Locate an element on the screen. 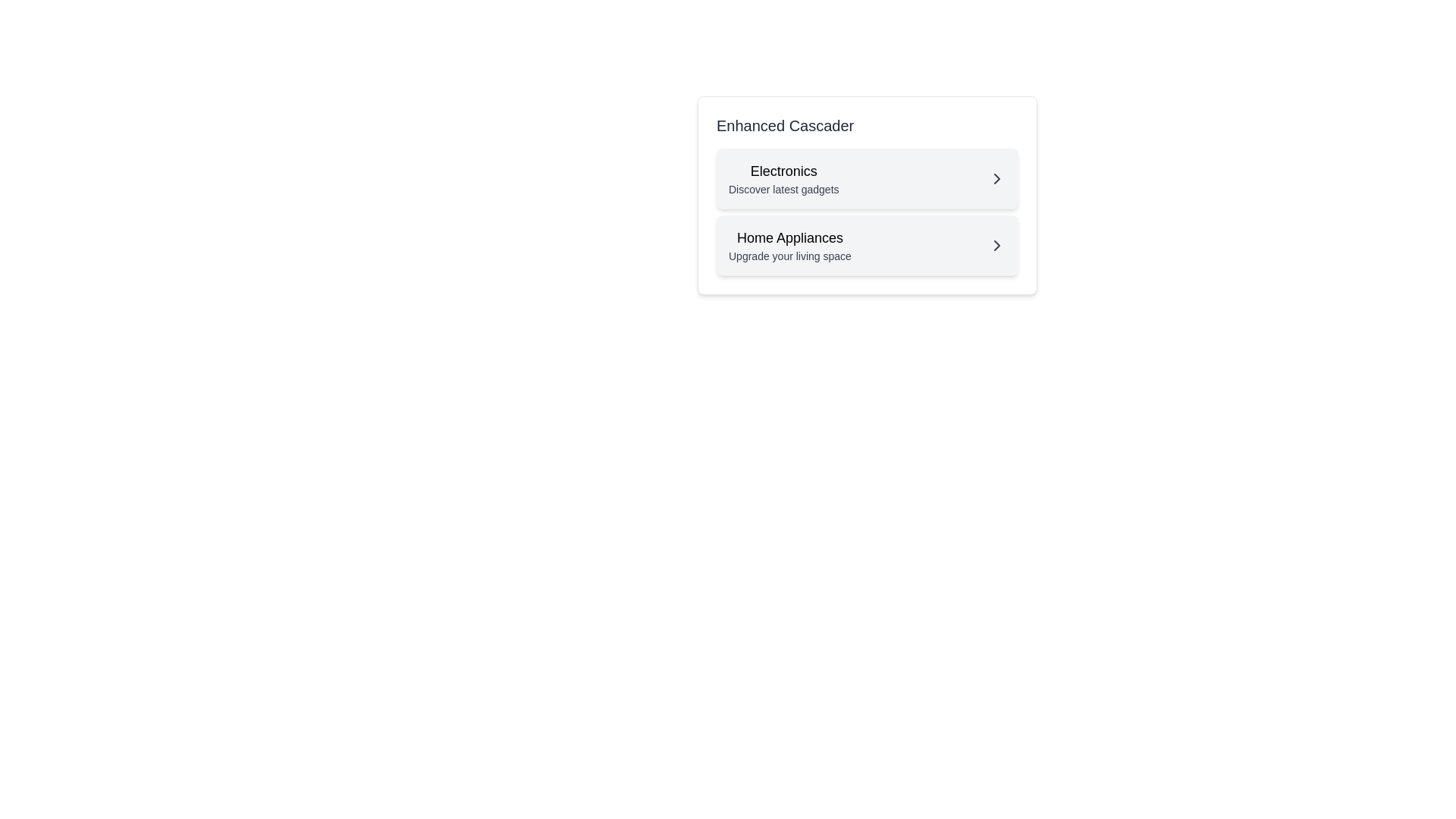 Image resolution: width=1456 pixels, height=819 pixels. the title text block located in the upper left segment of the card-like component is located at coordinates (783, 171).